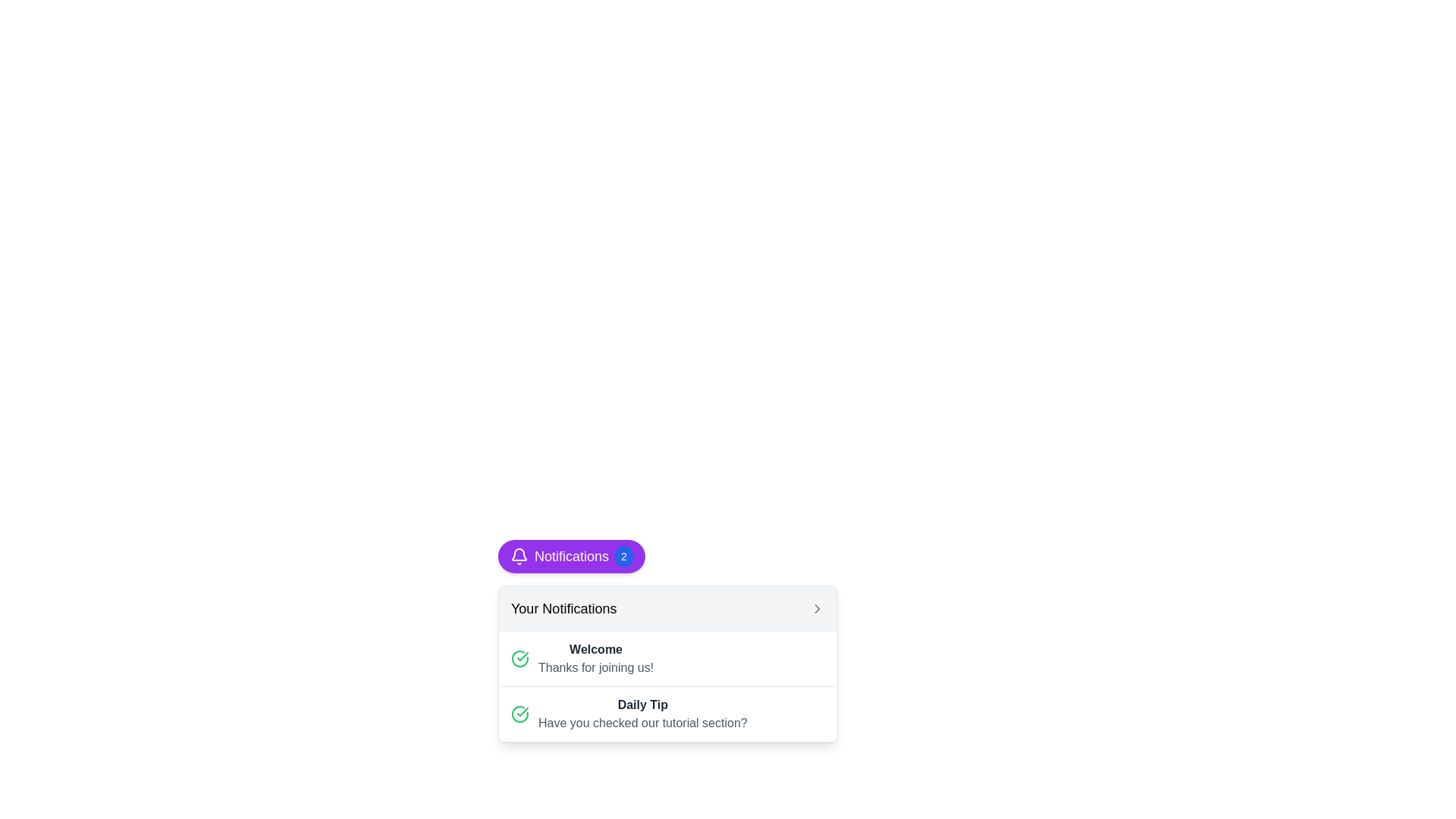 The width and height of the screenshot is (1456, 819). I want to click on the 'Daily Tip' text label, which is styled with a bold font and dark gray color, positioned at the top of the notification card titled 'Your Notifications', so click(642, 704).